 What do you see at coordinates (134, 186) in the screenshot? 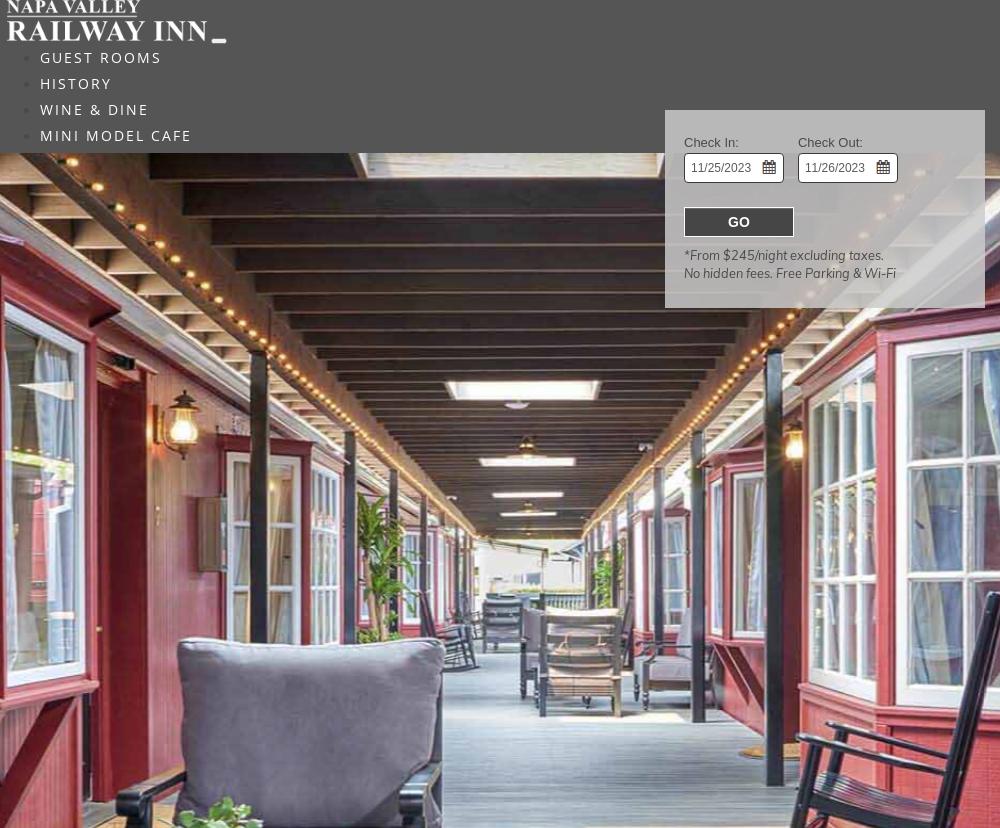
I see `'CONTACT & LOCATION'` at bounding box center [134, 186].